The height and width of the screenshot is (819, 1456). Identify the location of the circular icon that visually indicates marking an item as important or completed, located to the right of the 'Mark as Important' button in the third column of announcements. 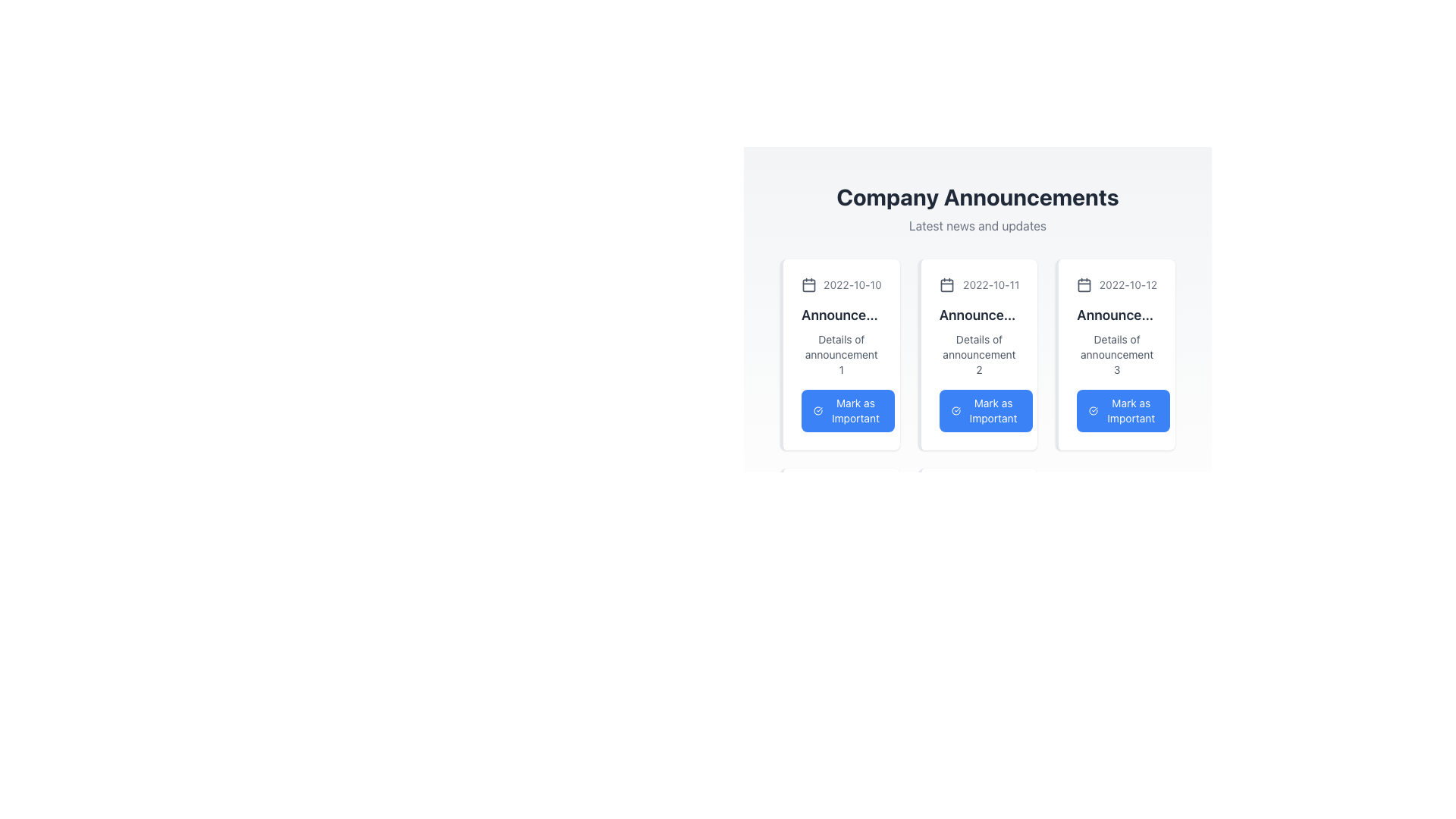
(1094, 411).